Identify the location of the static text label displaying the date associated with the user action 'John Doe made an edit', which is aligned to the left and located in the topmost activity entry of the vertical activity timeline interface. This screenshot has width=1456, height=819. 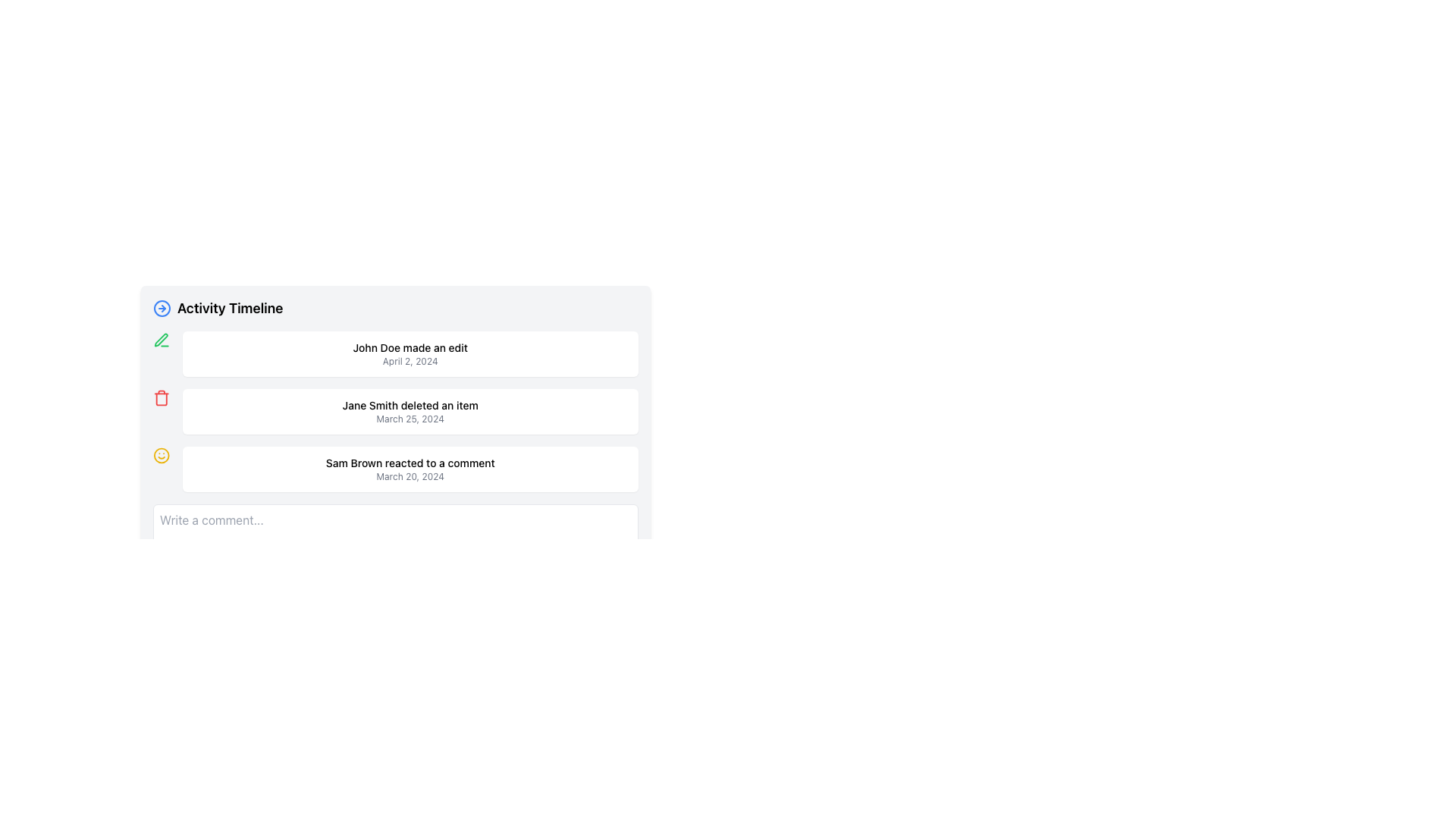
(410, 362).